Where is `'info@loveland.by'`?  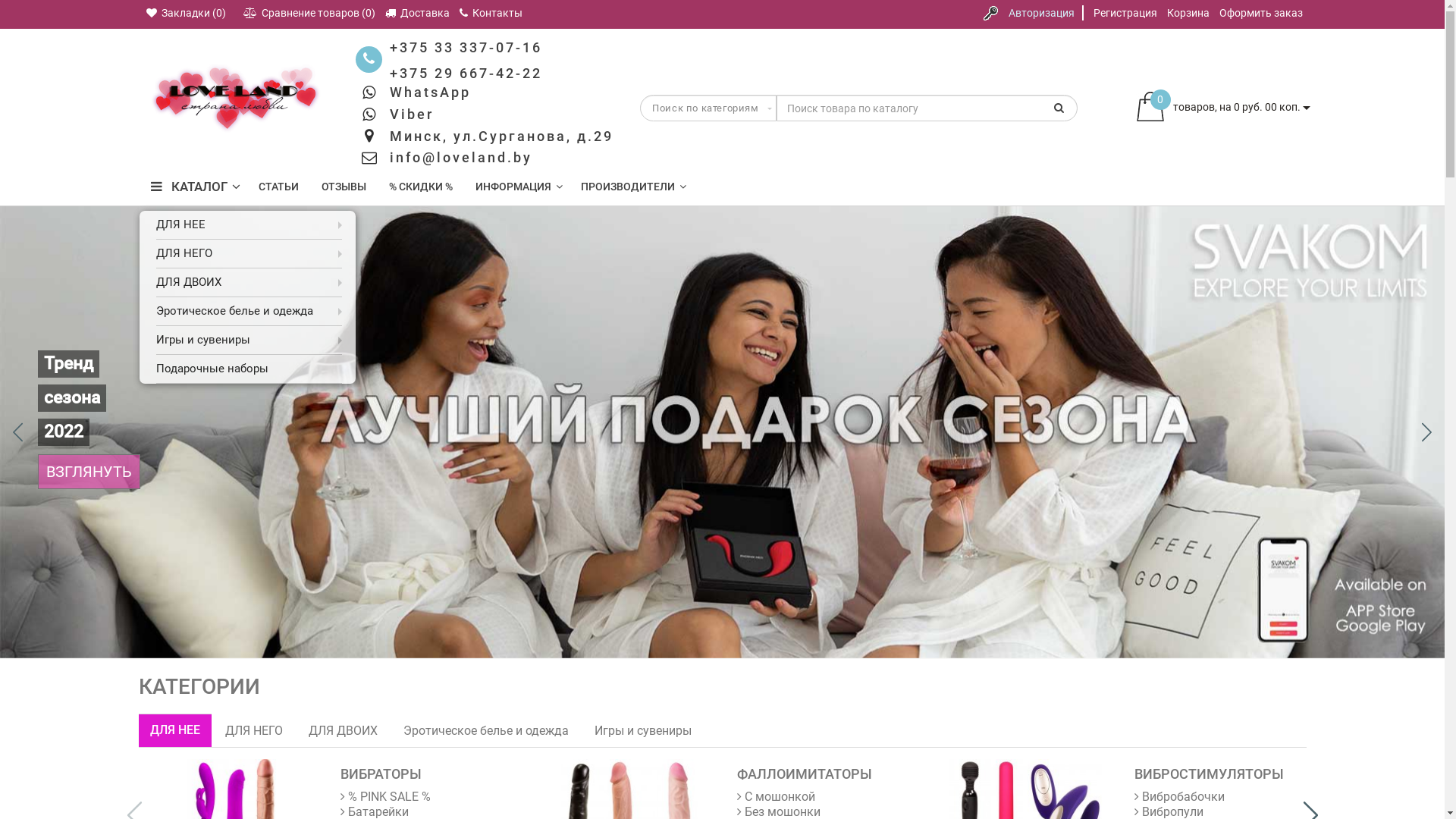 'info@loveland.by' is located at coordinates (389, 157).